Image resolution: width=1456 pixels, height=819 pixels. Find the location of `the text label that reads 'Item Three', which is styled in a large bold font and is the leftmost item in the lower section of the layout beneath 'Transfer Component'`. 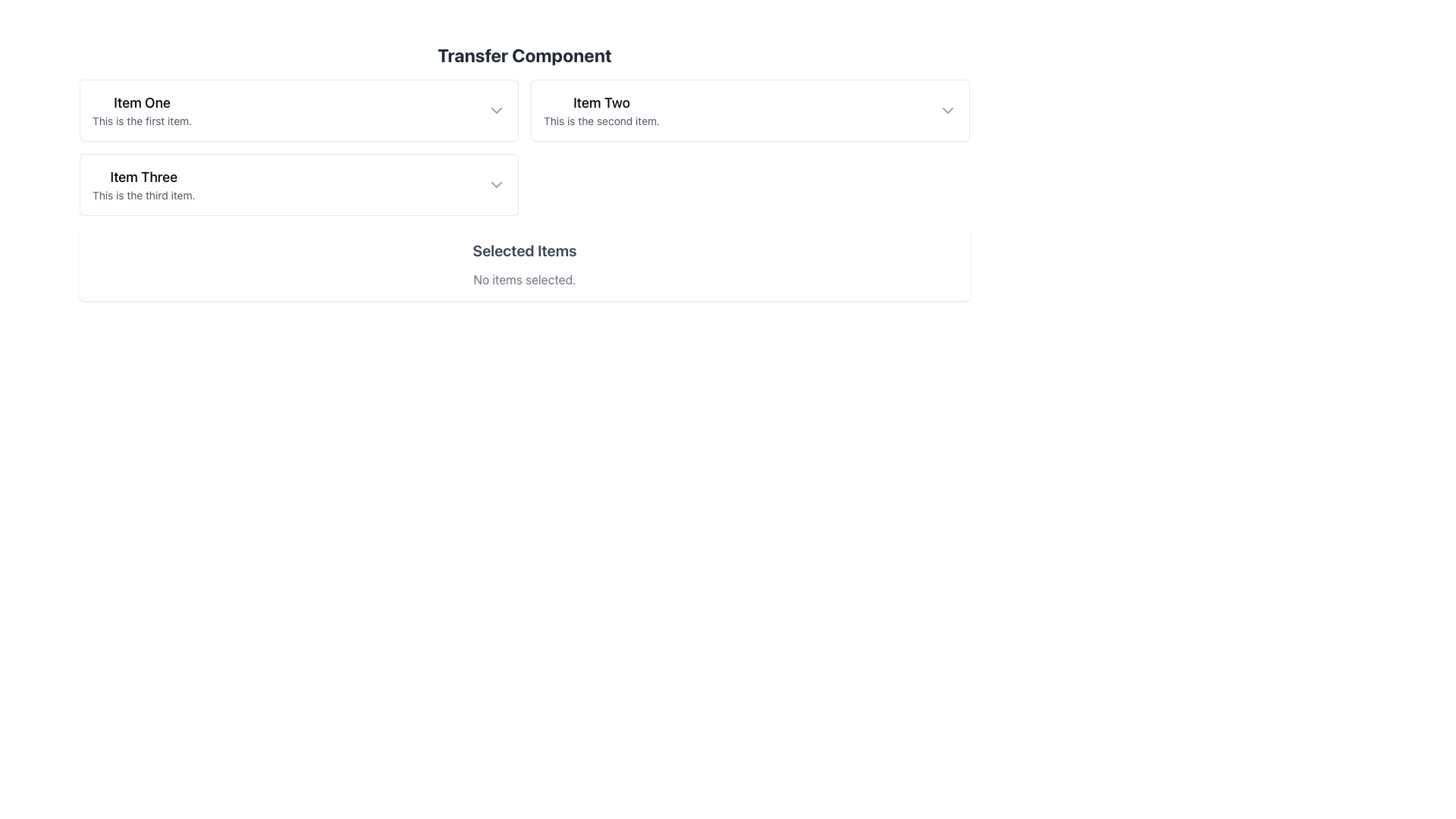

the text label that reads 'Item Three', which is styled in a large bold font and is the leftmost item in the lower section of the layout beneath 'Transfer Component' is located at coordinates (143, 177).